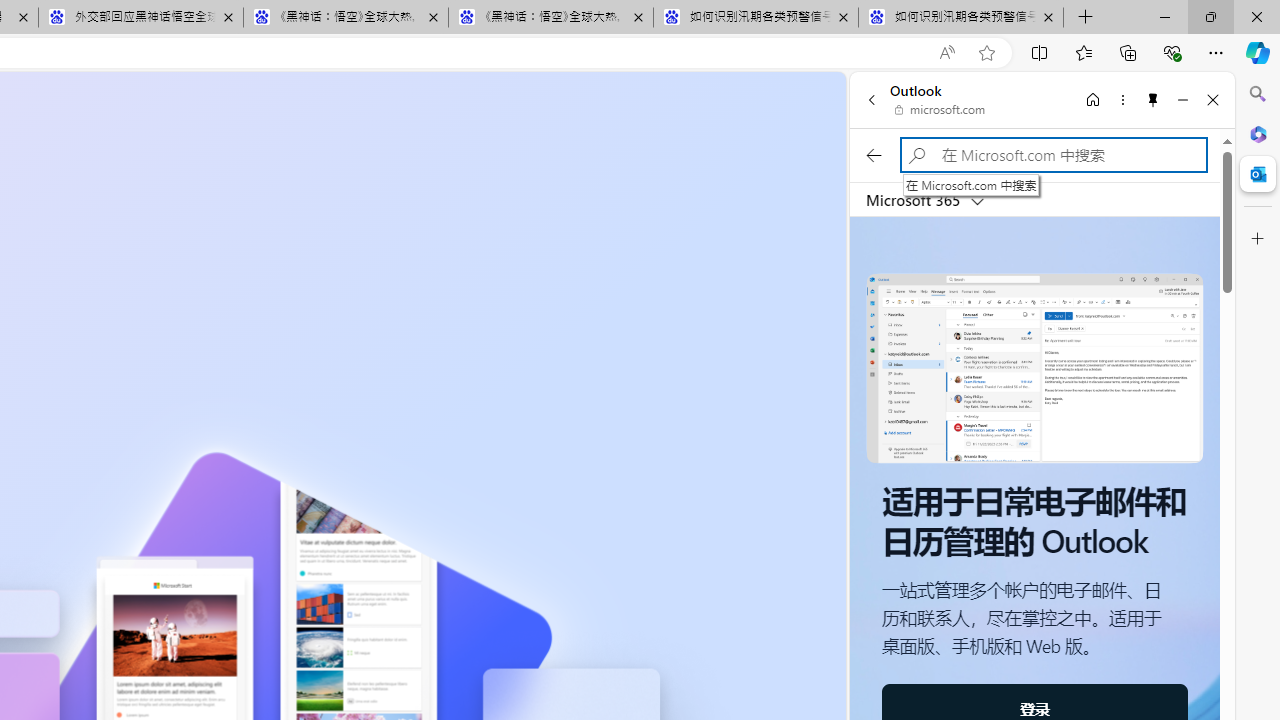  Describe the element at coordinates (1153, 99) in the screenshot. I see `'Unpin side pane'` at that location.